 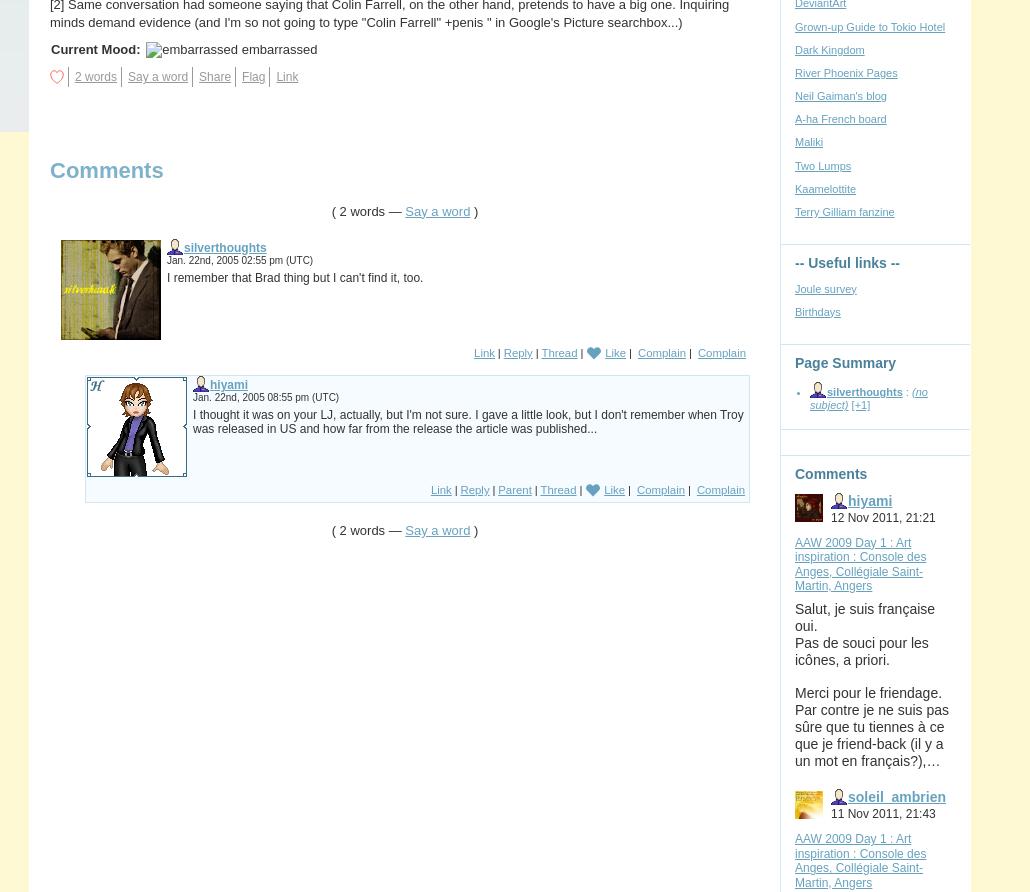 What do you see at coordinates (846, 262) in the screenshot?
I see `'-- Useful links --'` at bounding box center [846, 262].